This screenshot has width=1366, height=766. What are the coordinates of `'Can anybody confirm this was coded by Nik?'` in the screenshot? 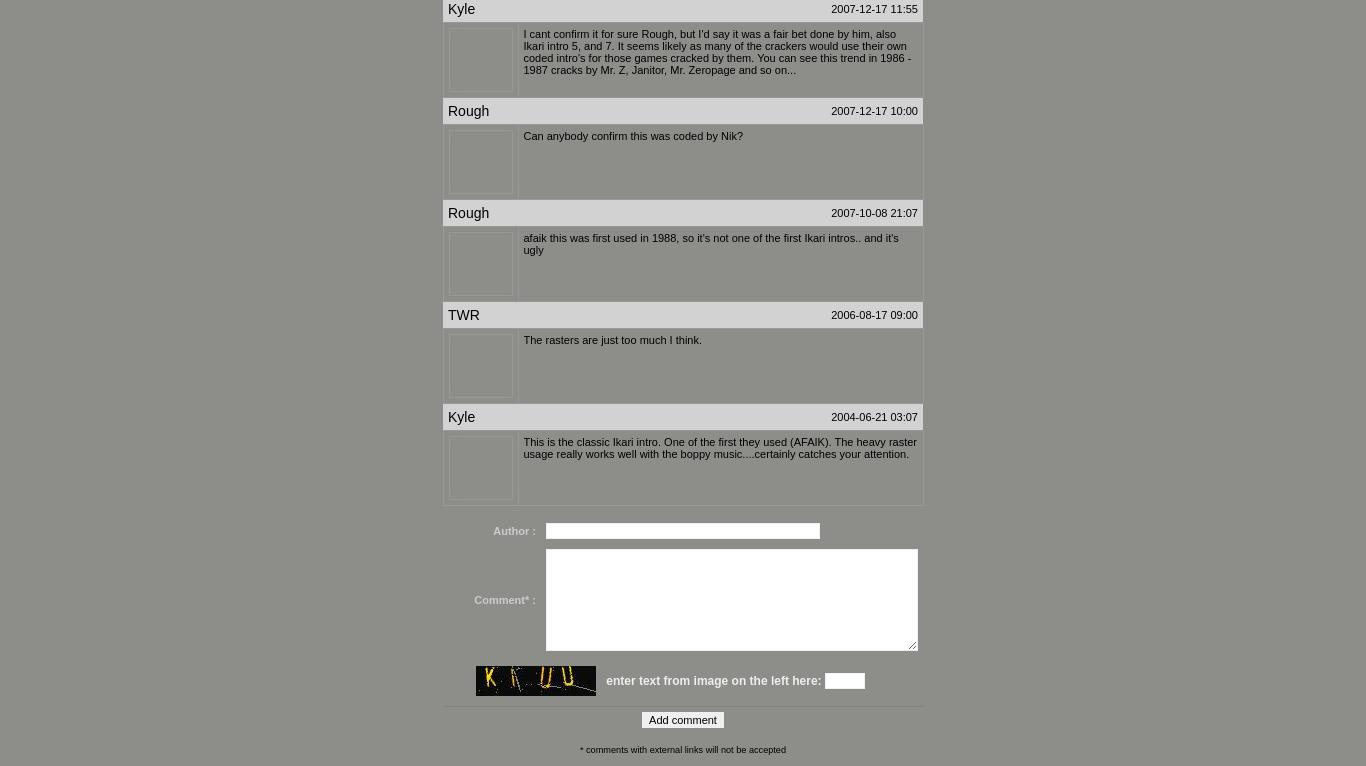 It's located at (632, 135).